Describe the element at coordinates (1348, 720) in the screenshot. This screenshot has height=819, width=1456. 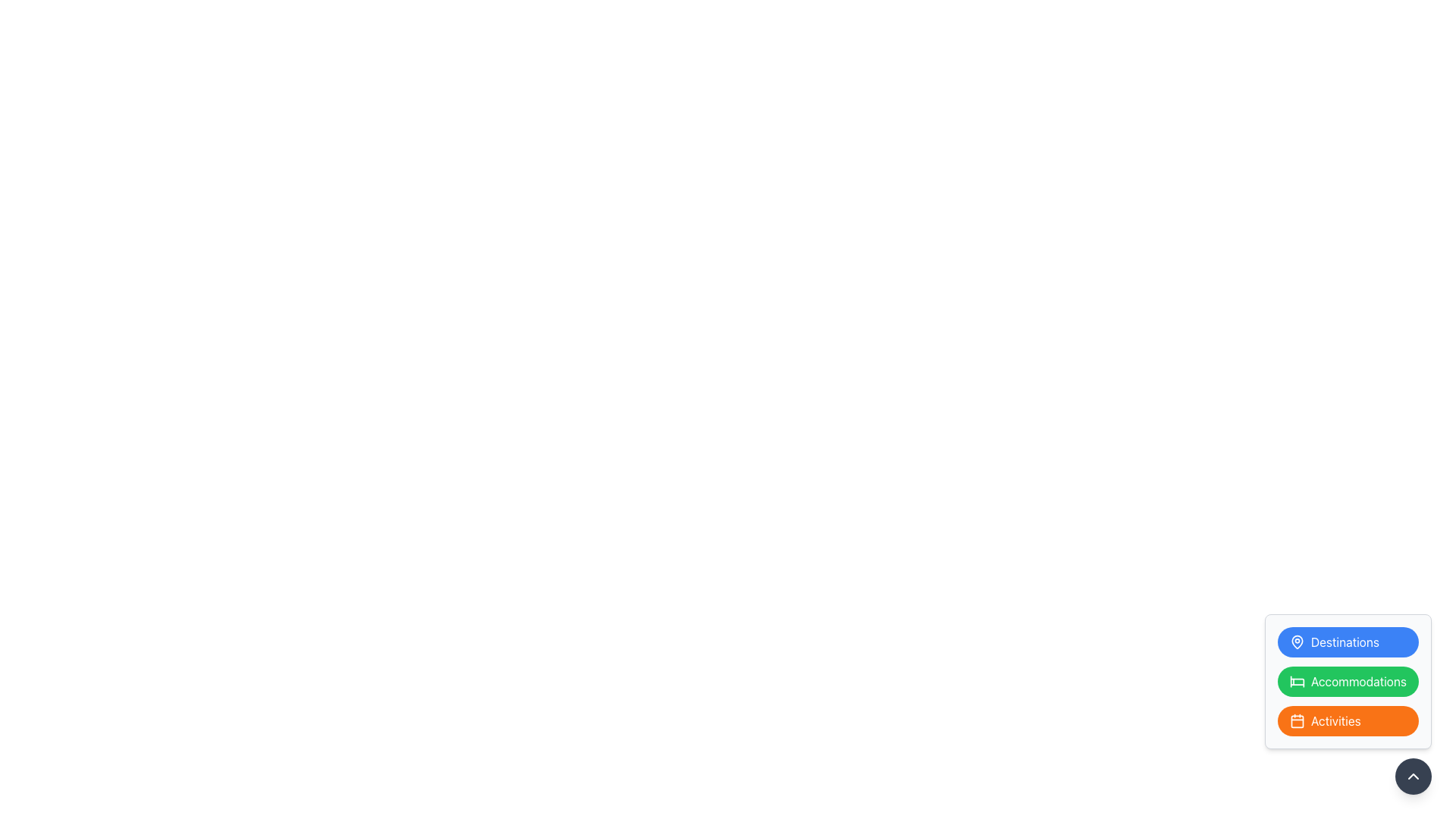
I see `the activities button, which is the third button in a vertical series, located below the 'Destinations' and 'Accommodations' buttons` at that location.